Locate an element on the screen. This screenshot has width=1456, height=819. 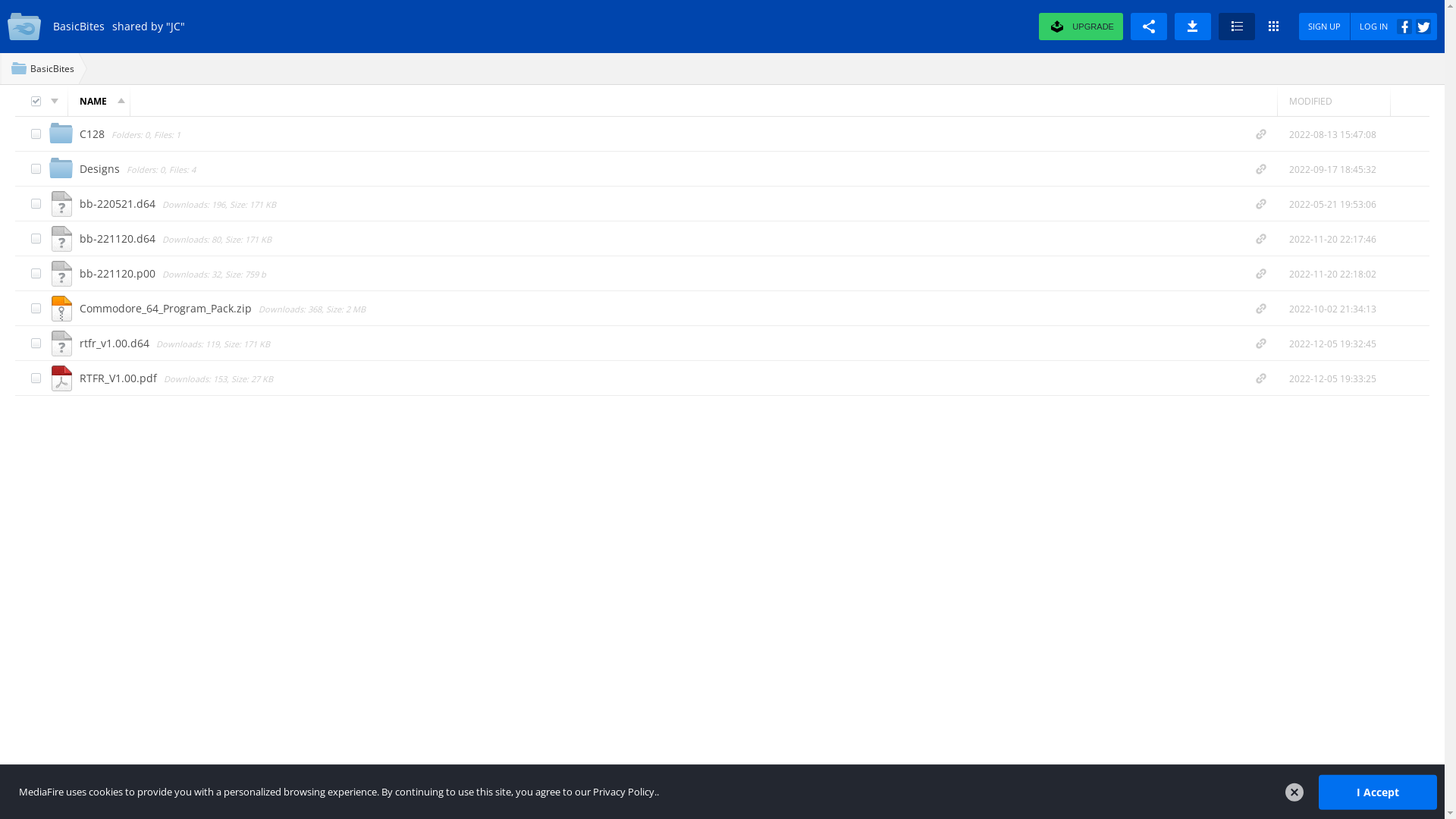
'bb-221120.d64' is located at coordinates (118, 237).